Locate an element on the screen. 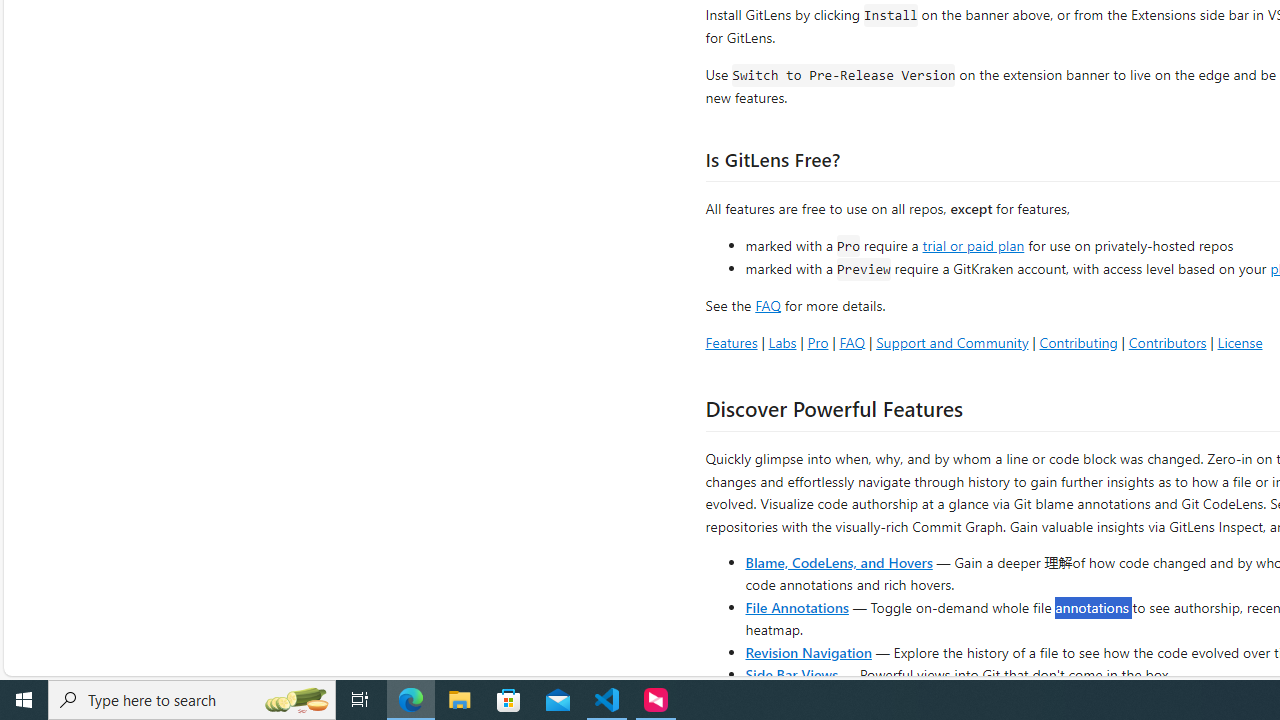  'File Annotations' is located at coordinates (795, 605).